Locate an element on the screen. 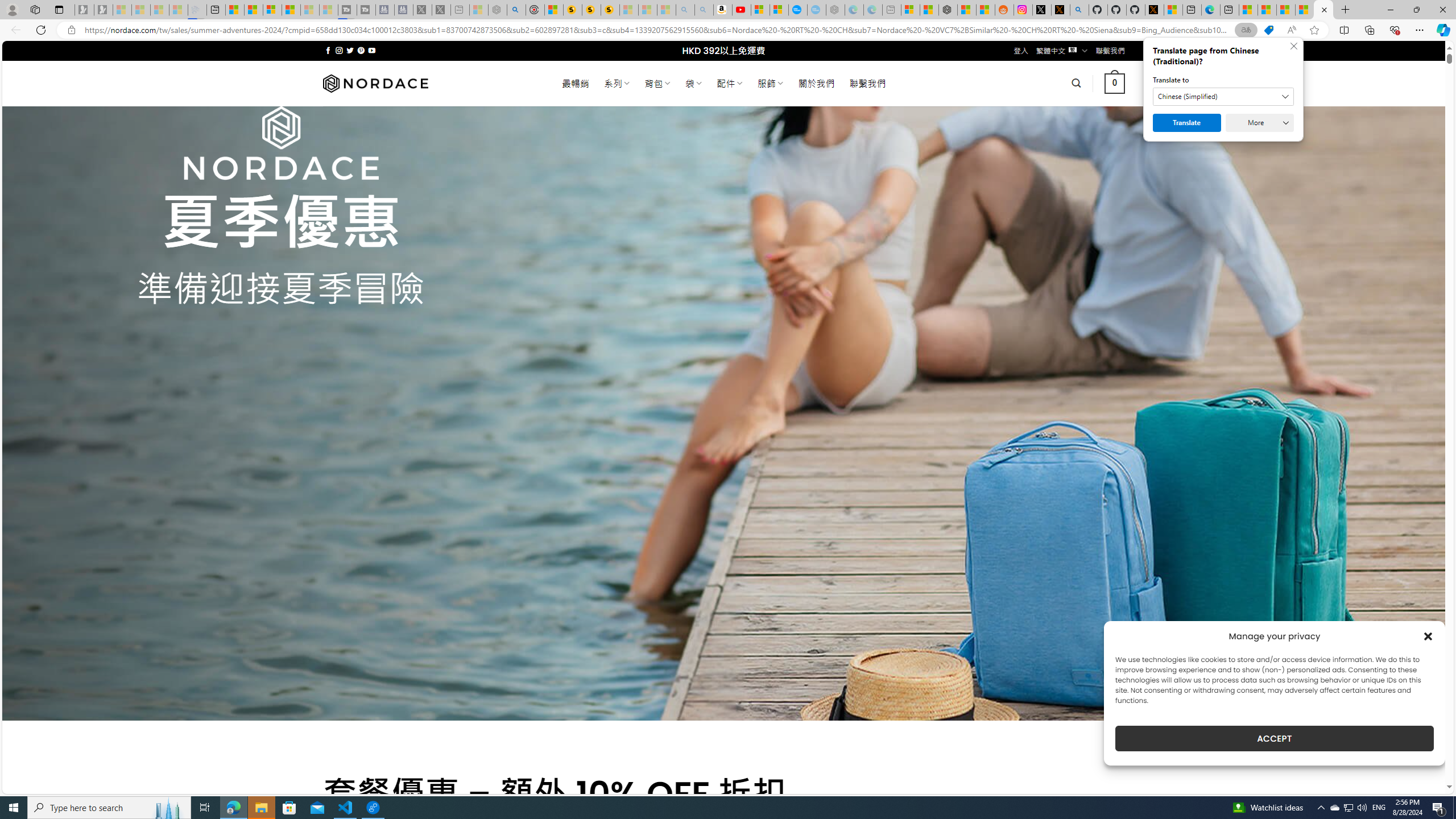  'poe - Search' is located at coordinates (515, 9).